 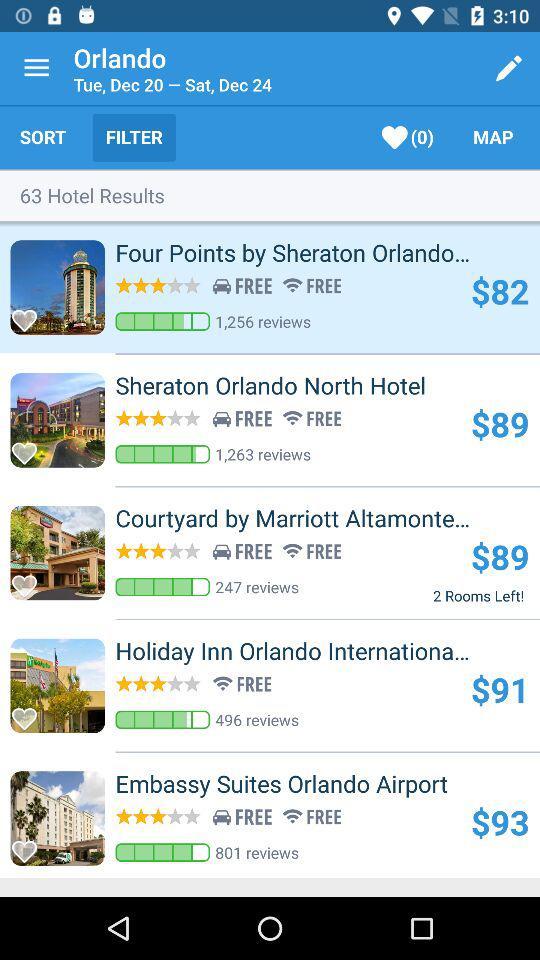 I want to click on like an option, so click(x=29, y=315).